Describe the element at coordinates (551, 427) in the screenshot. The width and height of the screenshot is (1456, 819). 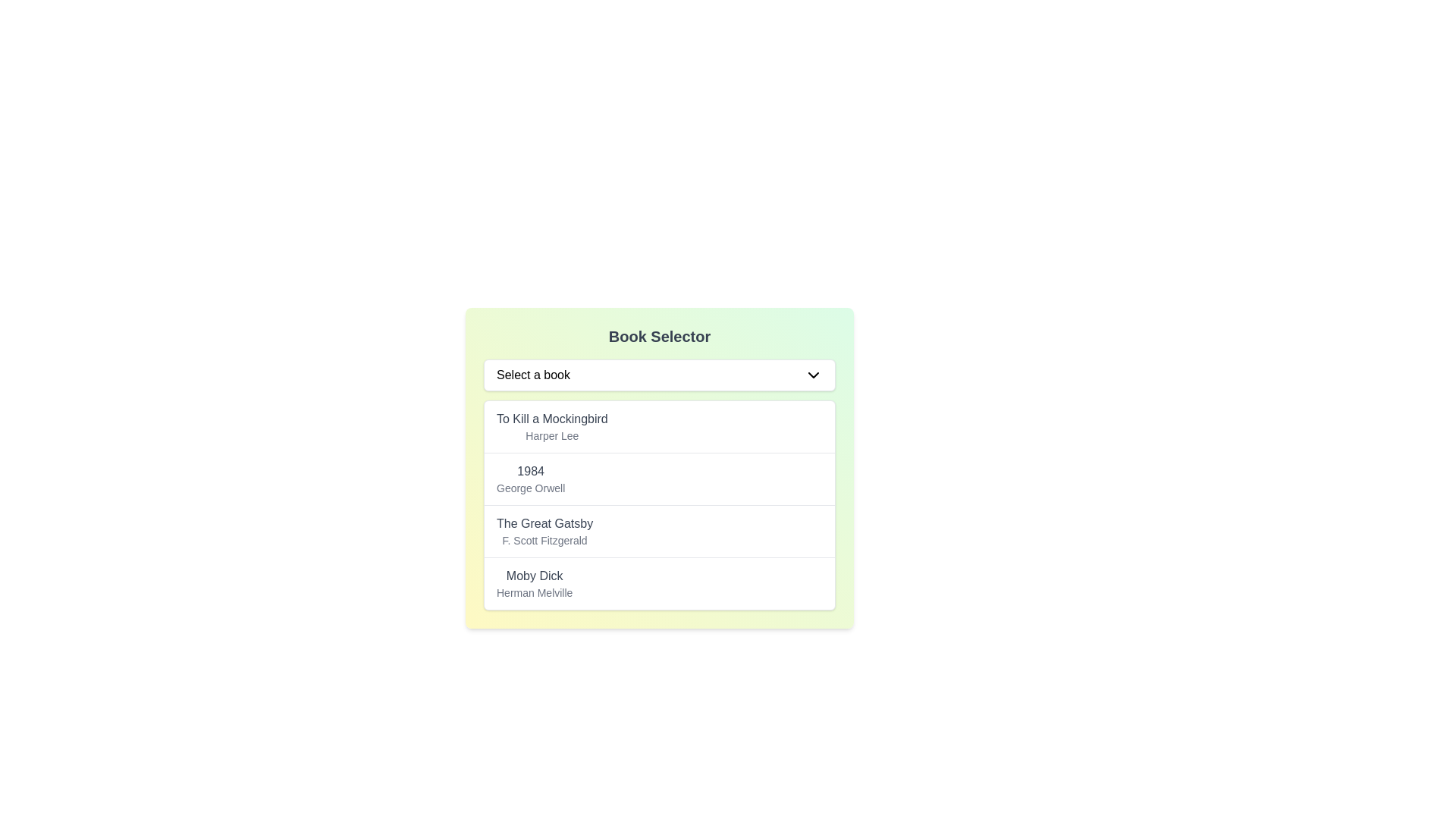
I see `the selectable book option labeled 'To Kill a Mockingbird' by Harper Lee` at that location.